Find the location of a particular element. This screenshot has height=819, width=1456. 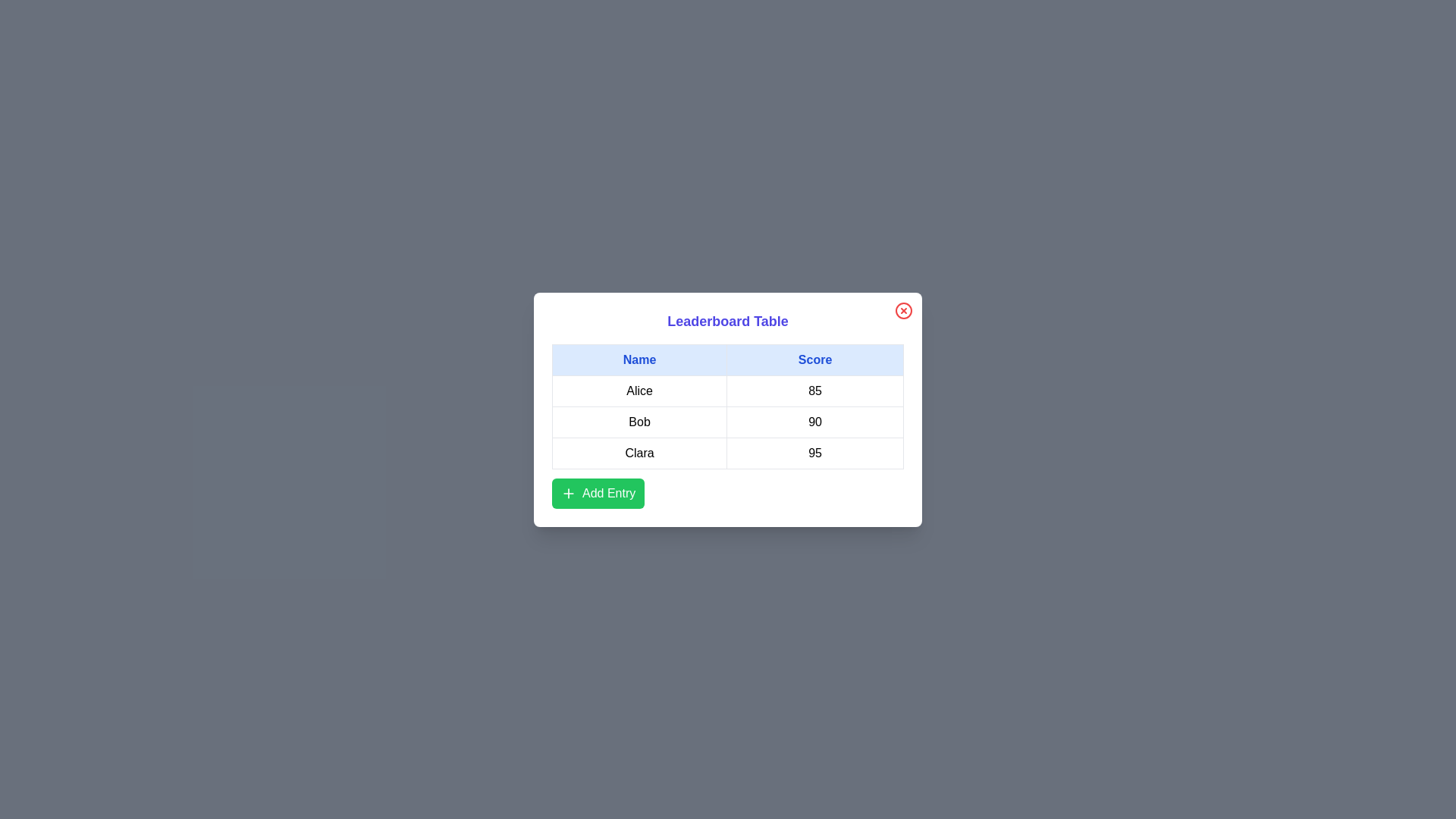

the text in the cell containing Bob is located at coordinates (639, 422).